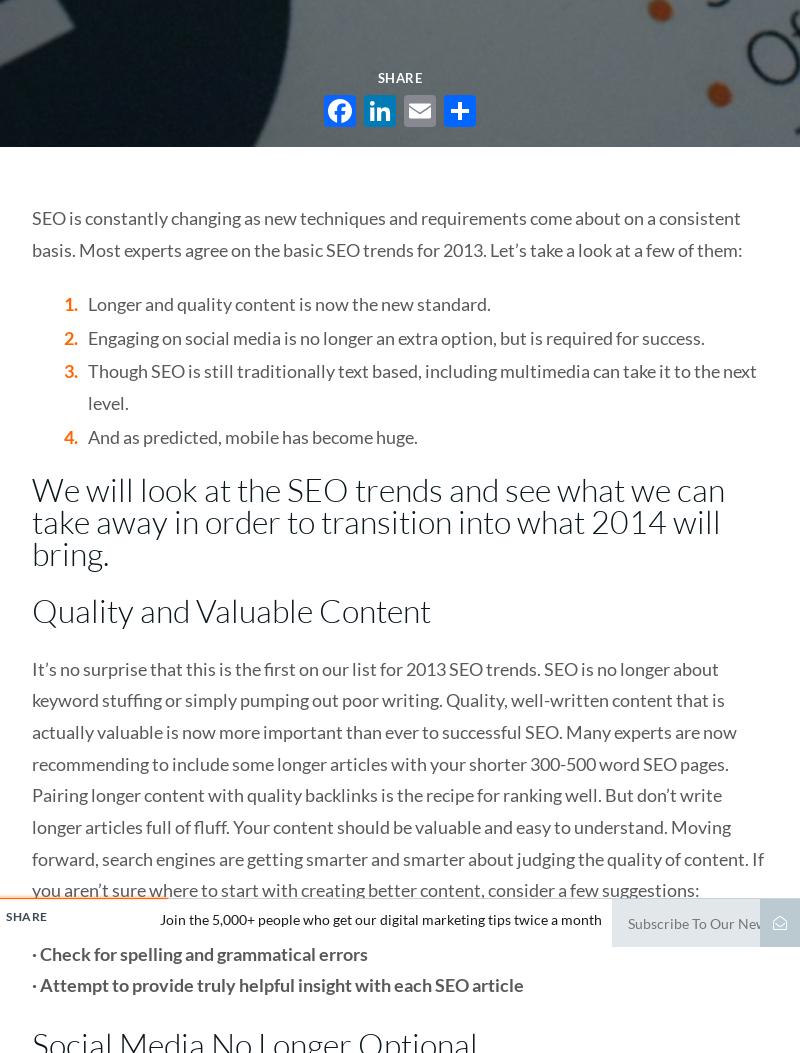 The image size is (800, 1053). I want to click on 'And as predicted, mobile has become huge.', so click(251, 435).